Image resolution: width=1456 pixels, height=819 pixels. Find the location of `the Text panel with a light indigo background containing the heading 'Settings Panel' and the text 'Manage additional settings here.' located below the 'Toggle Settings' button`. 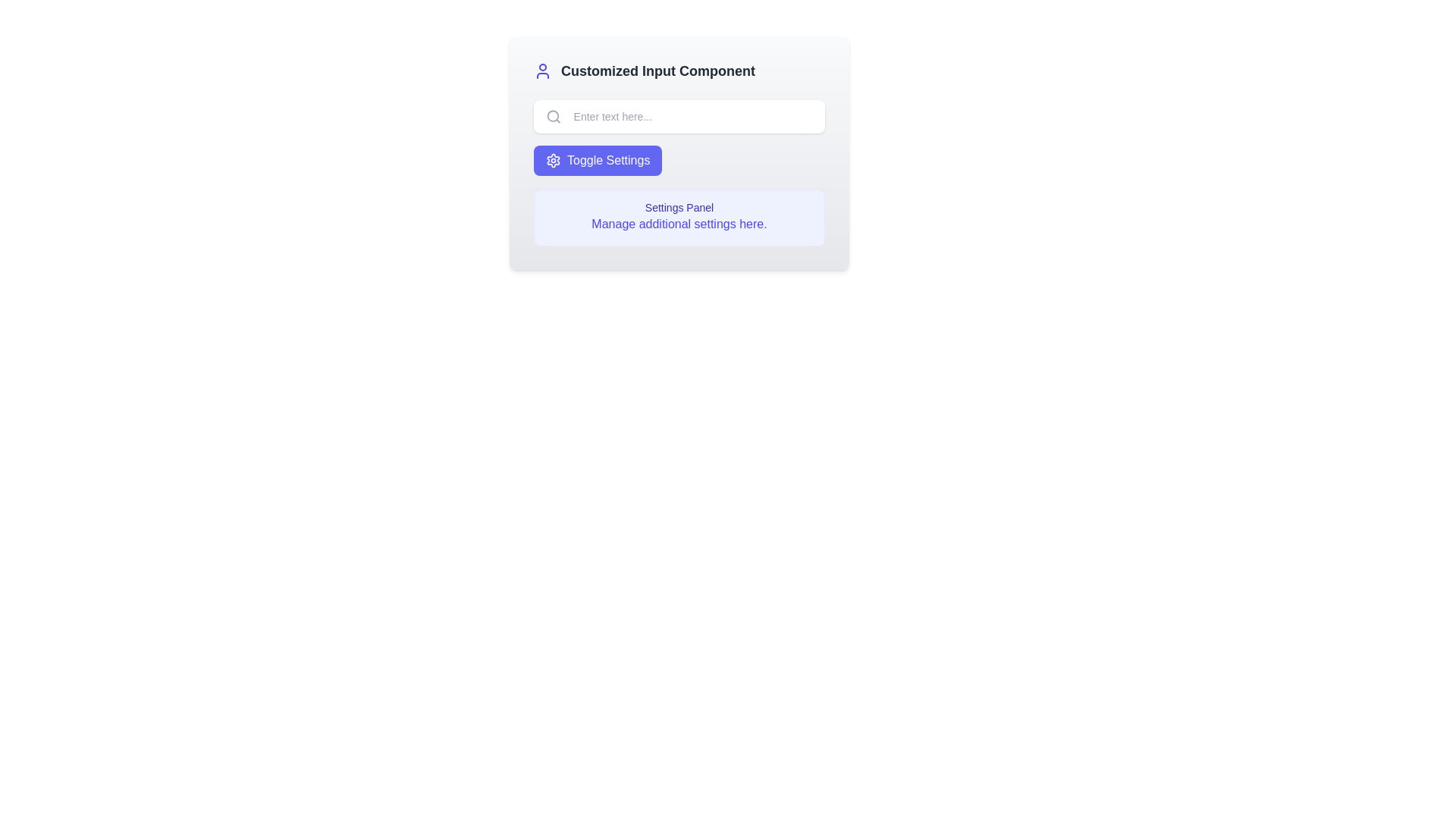

the Text panel with a light indigo background containing the heading 'Settings Panel' and the text 'Manage additional settings here.' located below the 'Toggle Settings' button is located at coordinates (679, 216).